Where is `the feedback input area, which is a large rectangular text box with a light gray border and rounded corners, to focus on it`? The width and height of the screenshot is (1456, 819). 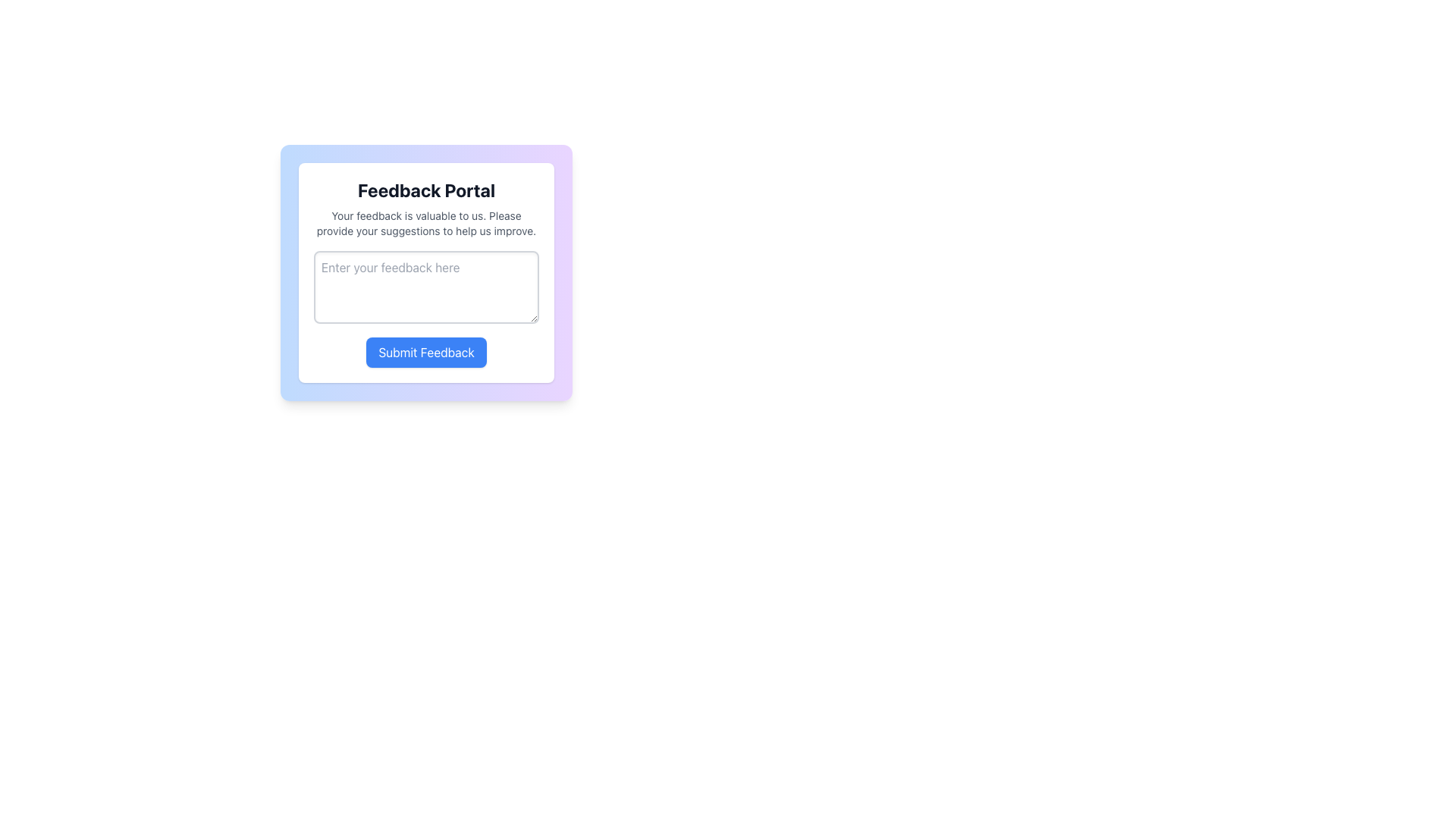
the feedback input area, which is a large rectangular text box with a light gray border and rounded corners, to focus on it is located at coordinates (425, 271).